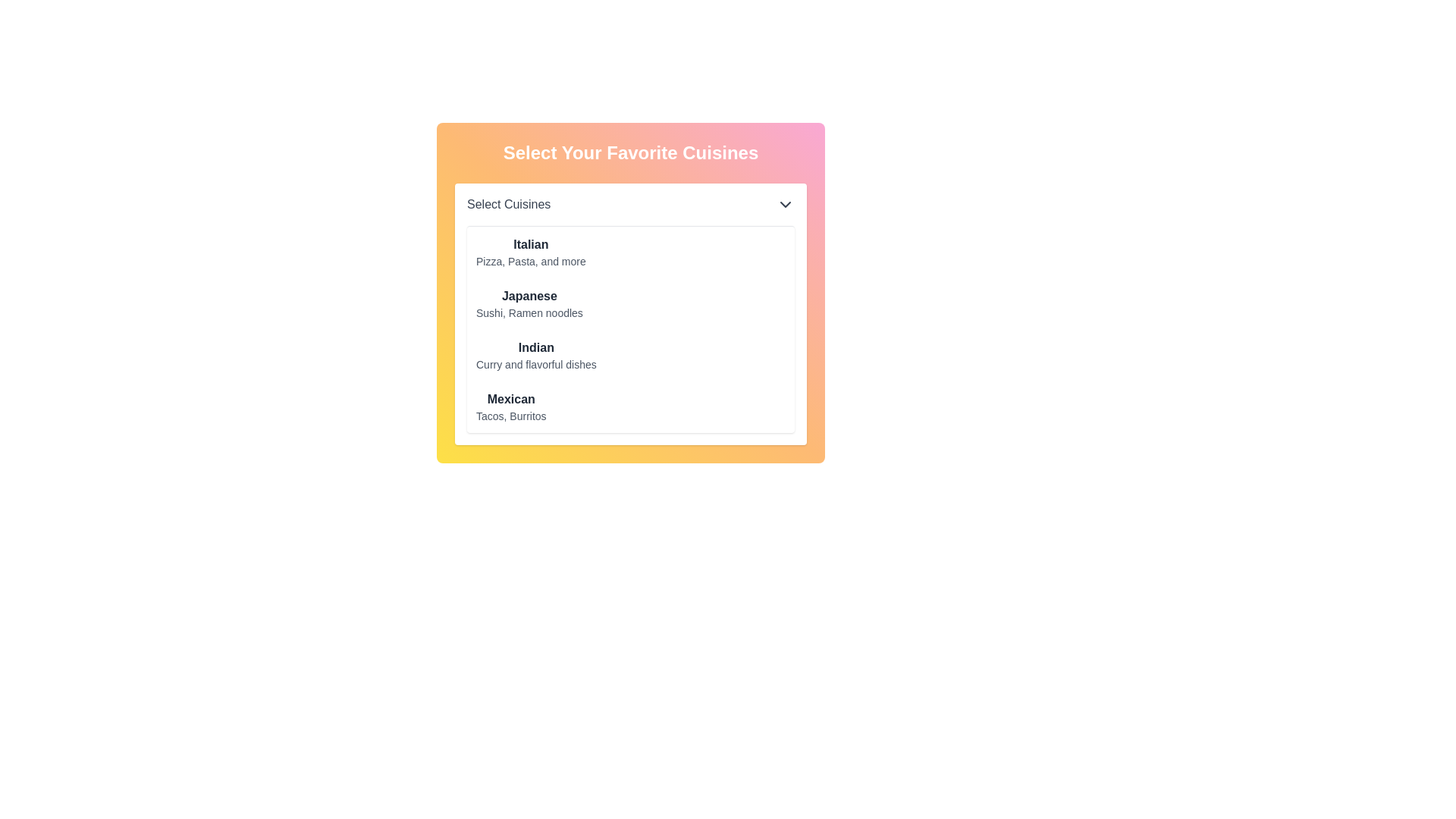 This screenshot has height=819, width=1456. What do you see at coordinates (536, 365) in the screenshot?
I see `the text label that provides descriptive information about 'Indian' cuisine, located directly below the 'Indian' label in a vertically stacked format` at bounding box center [536, 365].